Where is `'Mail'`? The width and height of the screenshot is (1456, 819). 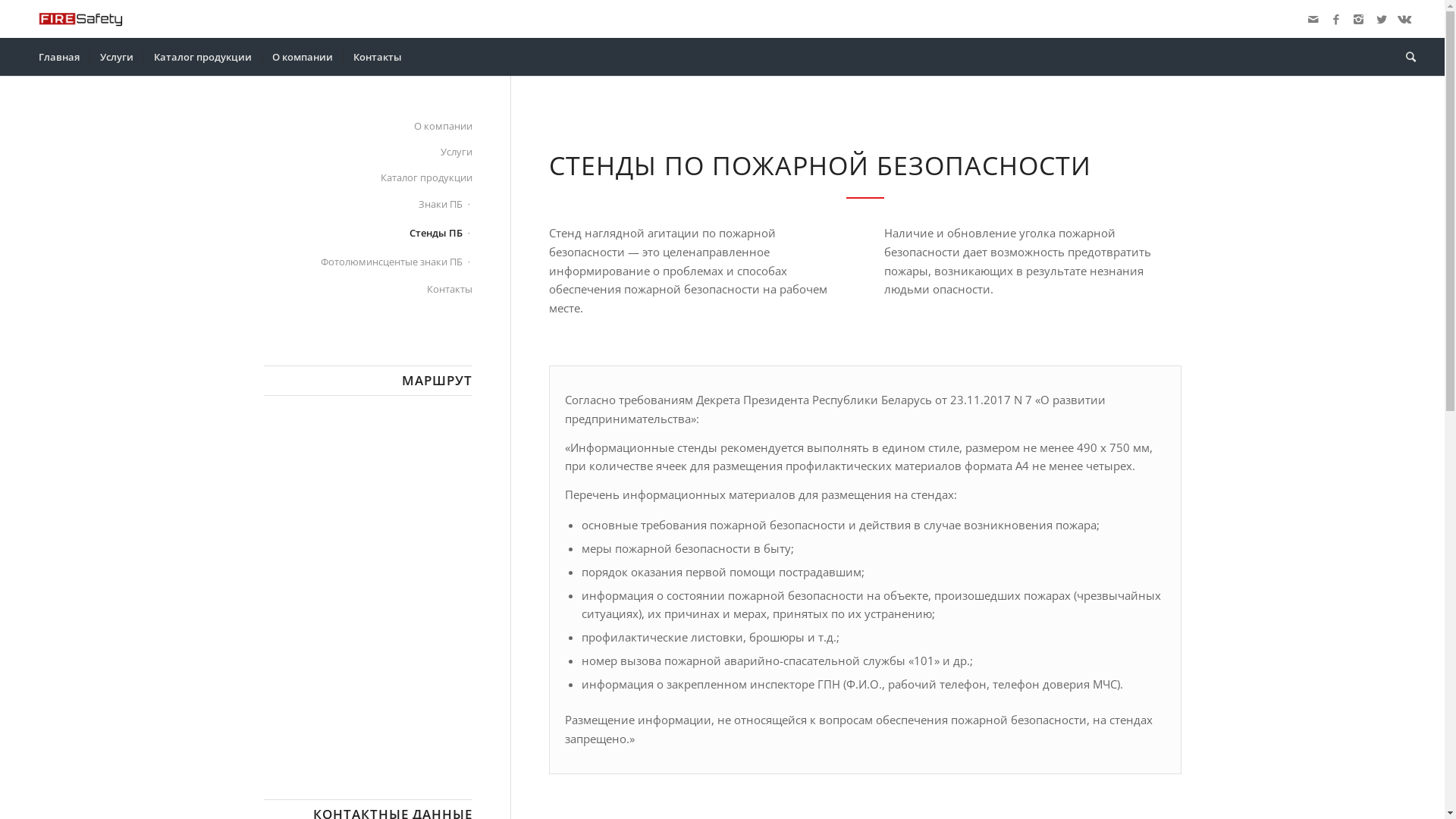
'Mail' is located at coordinates (1313, 18).